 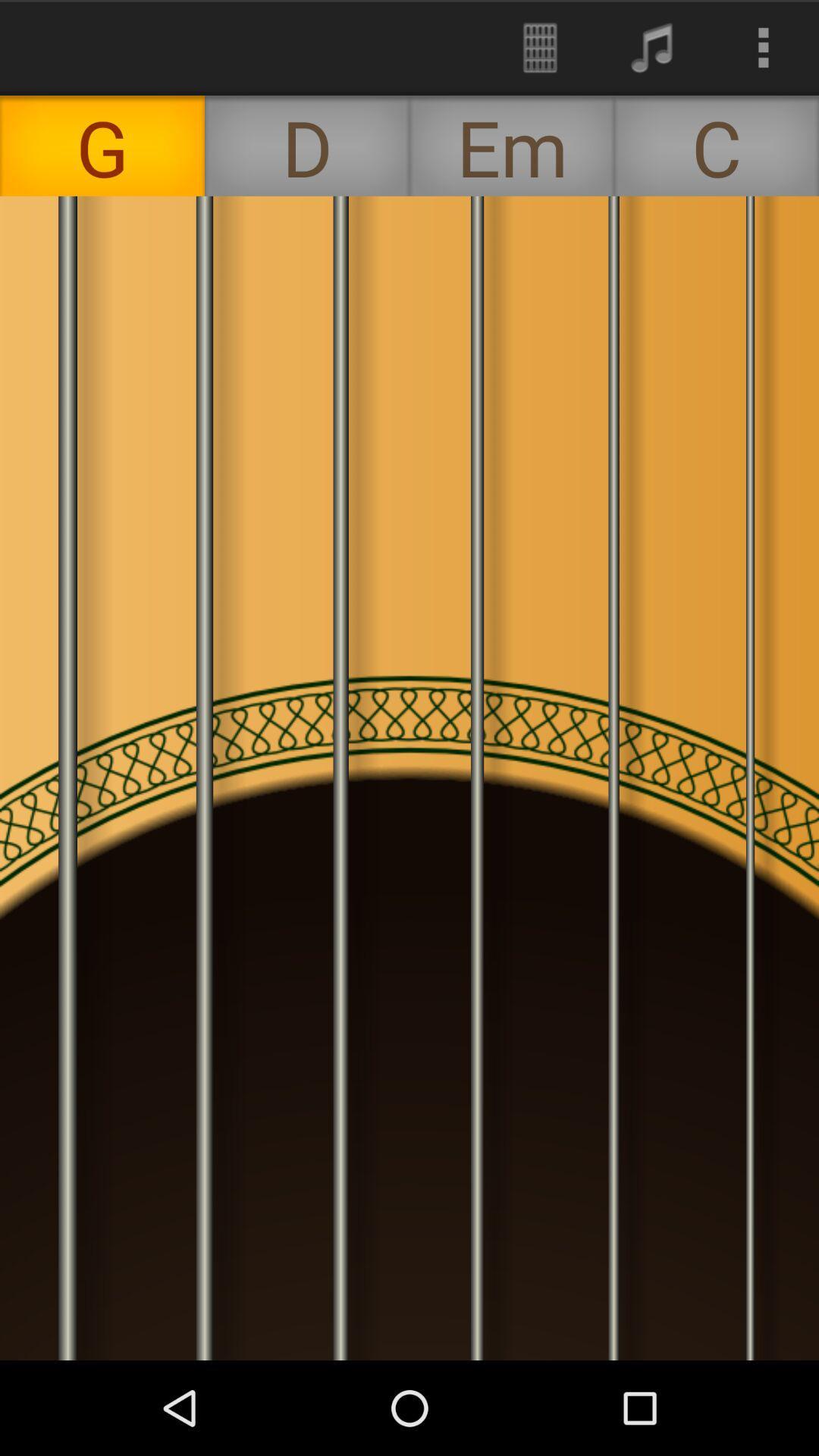 What do you see at coordinates (307, 146) in the screenshot?
I see `the item next to g item` at bounding box center [307, 146].